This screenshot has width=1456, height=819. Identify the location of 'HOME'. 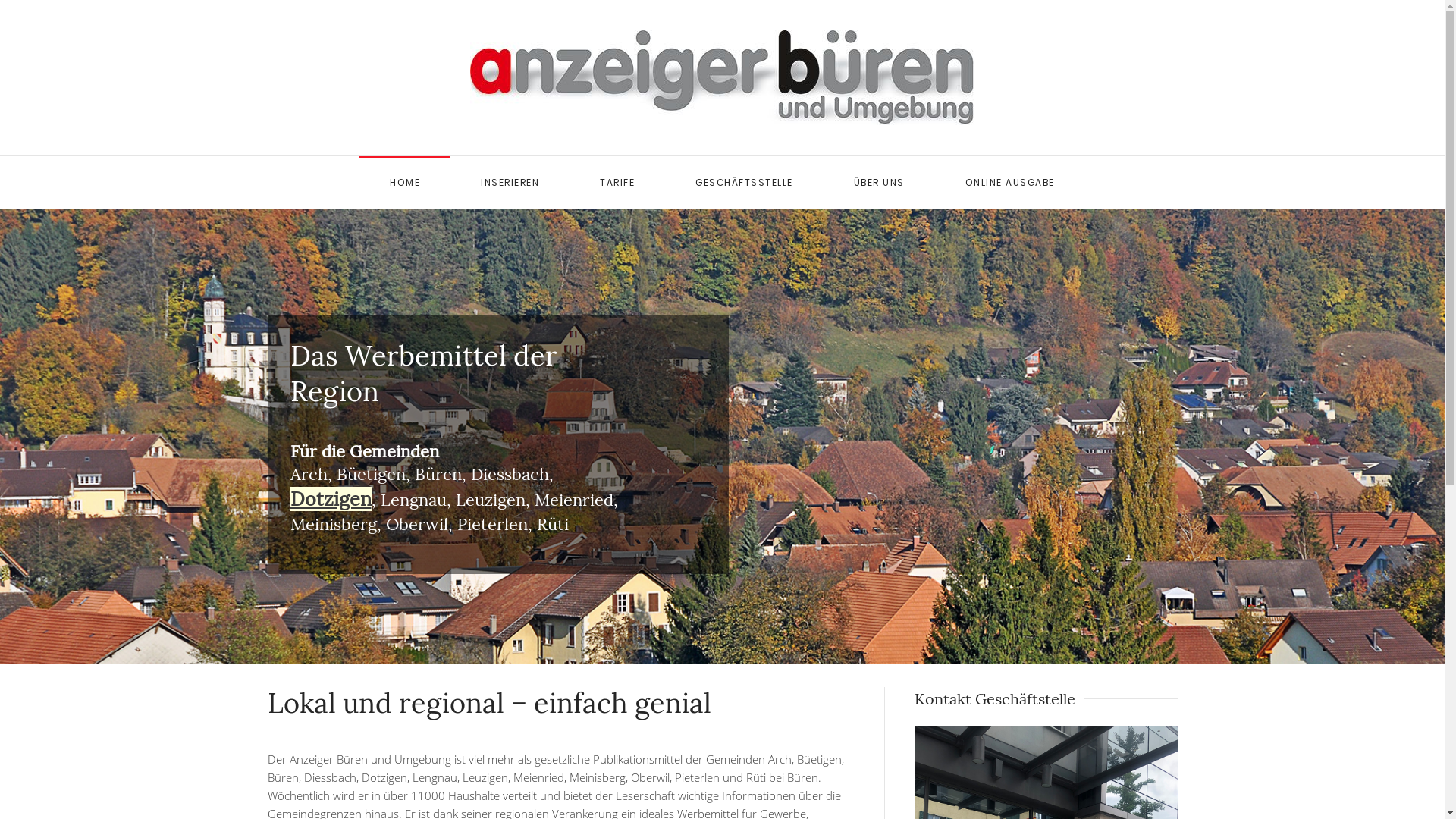
(404, 181).